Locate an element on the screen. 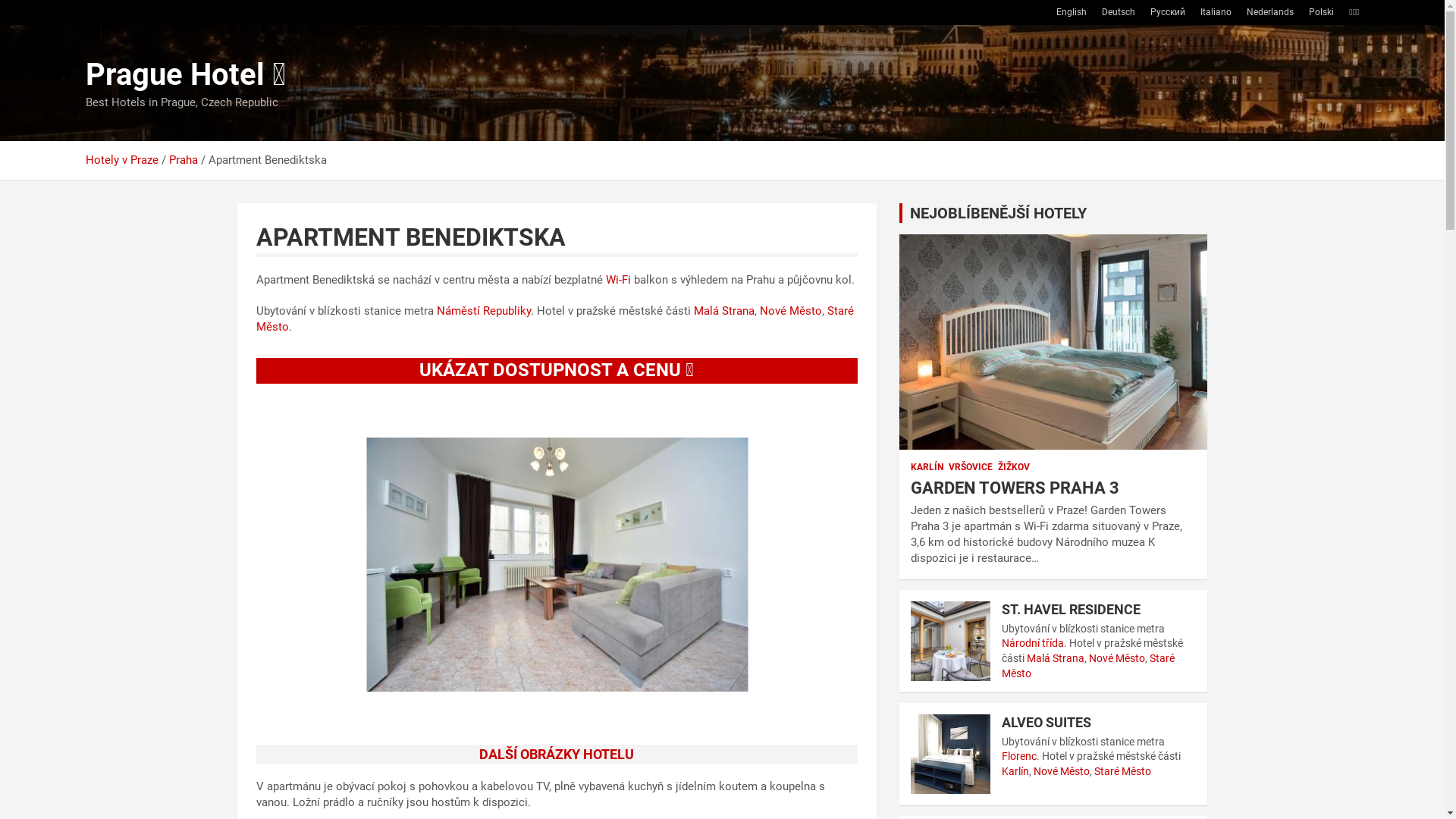 The width and height of the screenshot is (1456, 819). 'ALVEO SUITES' is located at coordinates (1046, 721).